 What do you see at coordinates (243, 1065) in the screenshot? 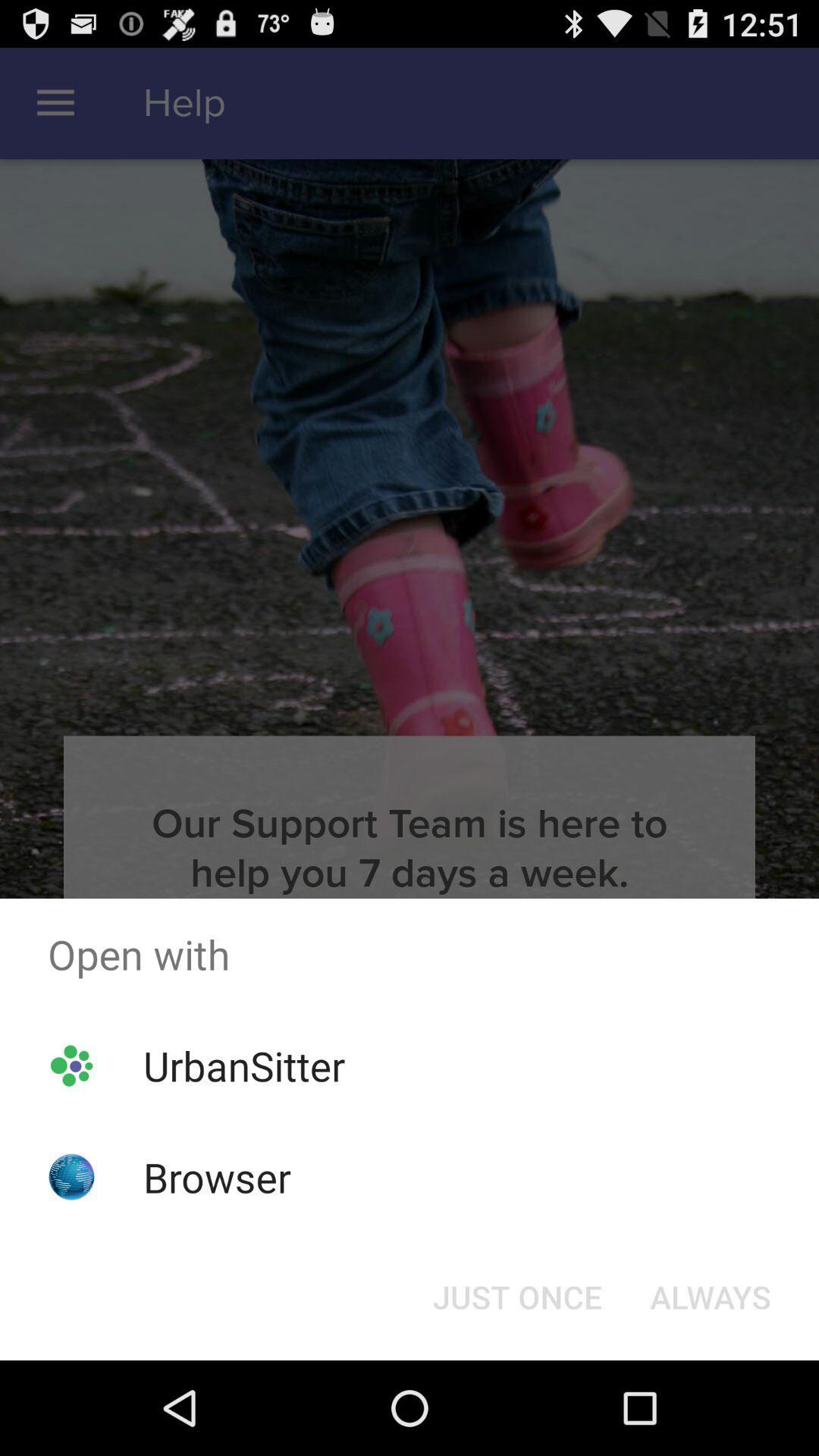
I see `the app below open with icon` at bounding box center [243, 1065].